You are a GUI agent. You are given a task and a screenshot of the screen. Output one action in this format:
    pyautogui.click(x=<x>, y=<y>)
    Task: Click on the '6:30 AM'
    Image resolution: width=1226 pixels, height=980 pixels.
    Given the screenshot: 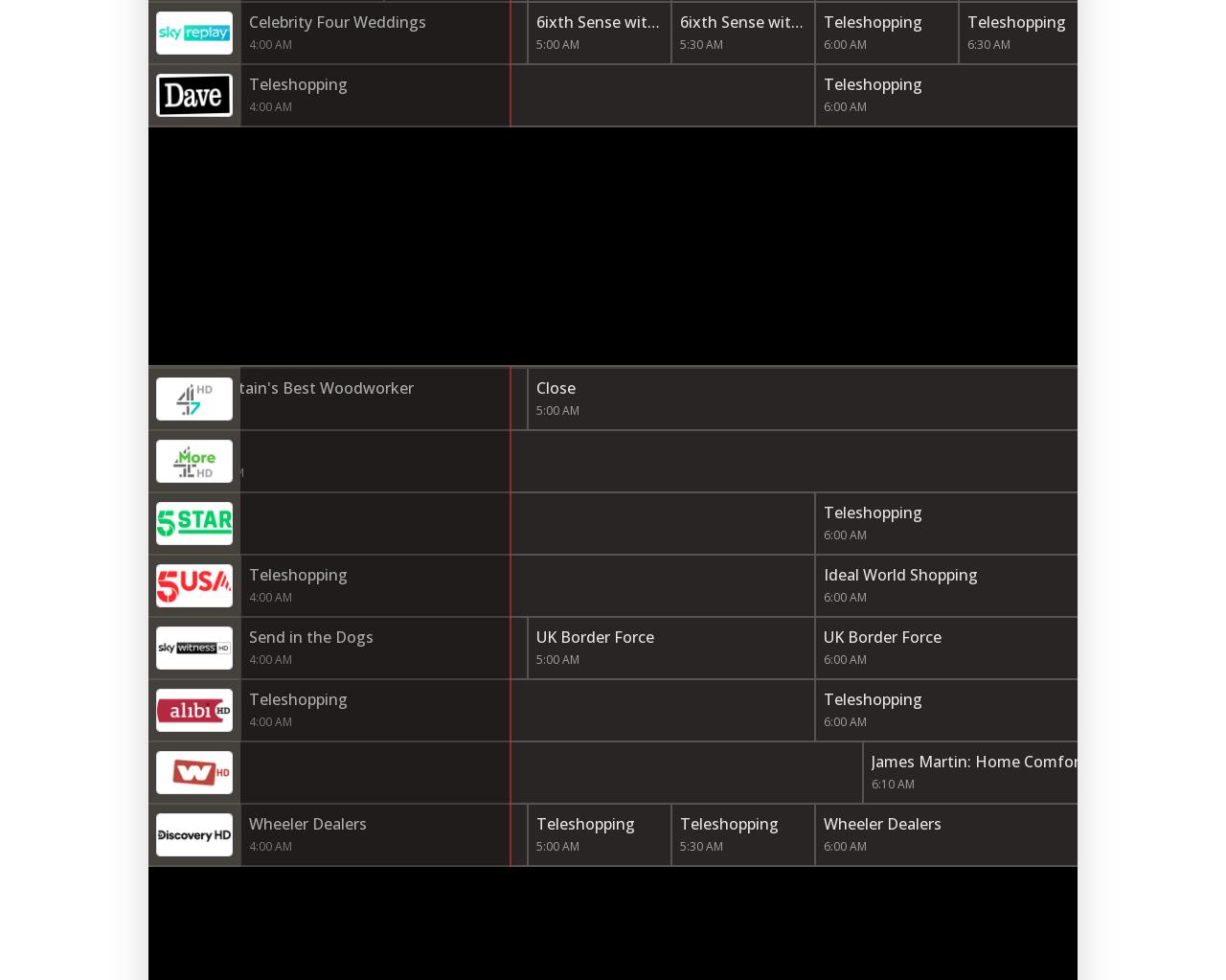 What is the action you would take?
    pyautogui.click(x=988, y=43)
    